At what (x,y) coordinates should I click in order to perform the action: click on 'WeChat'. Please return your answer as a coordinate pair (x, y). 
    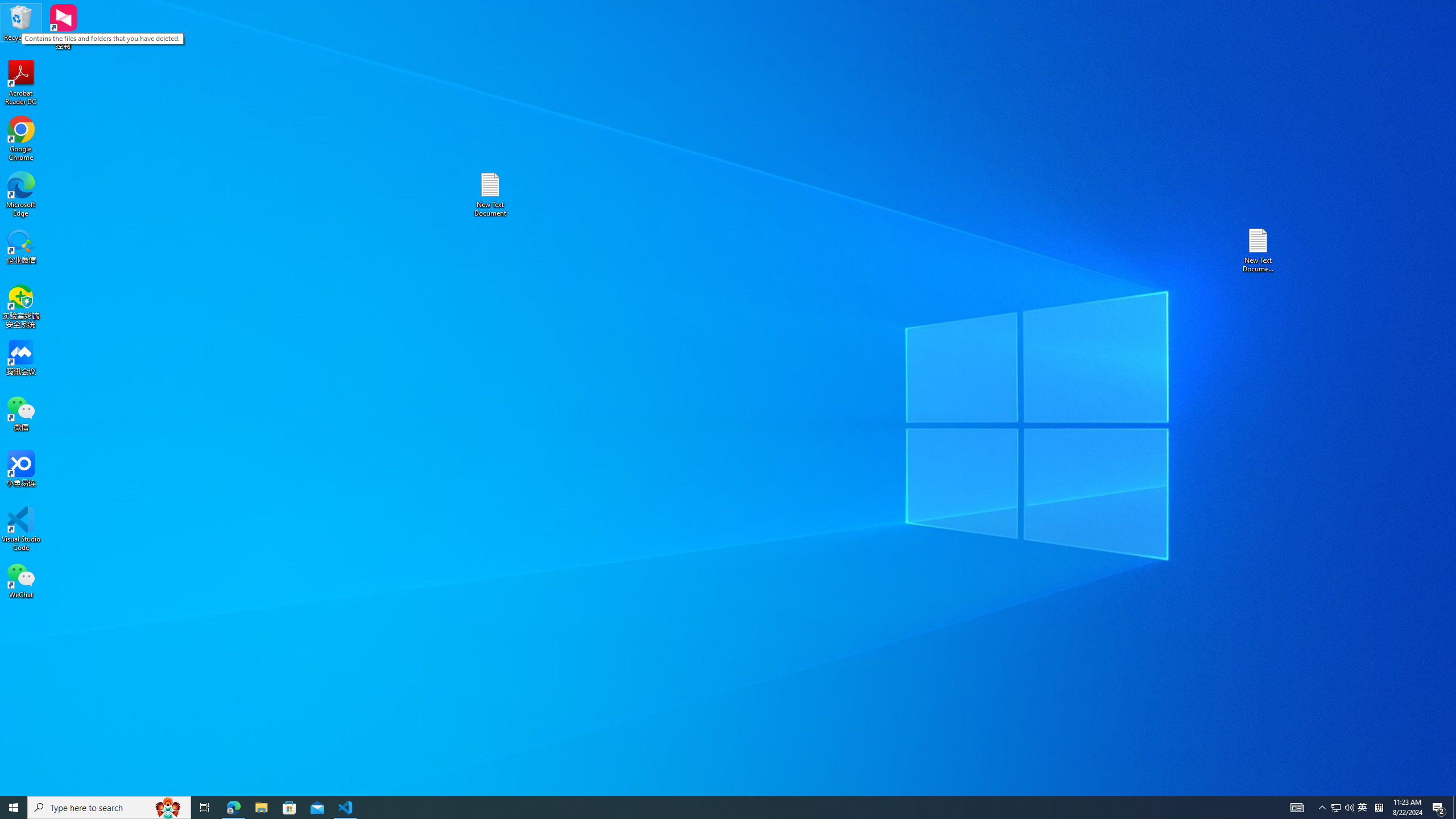
    Looking at the image, I should click on (20, 580).